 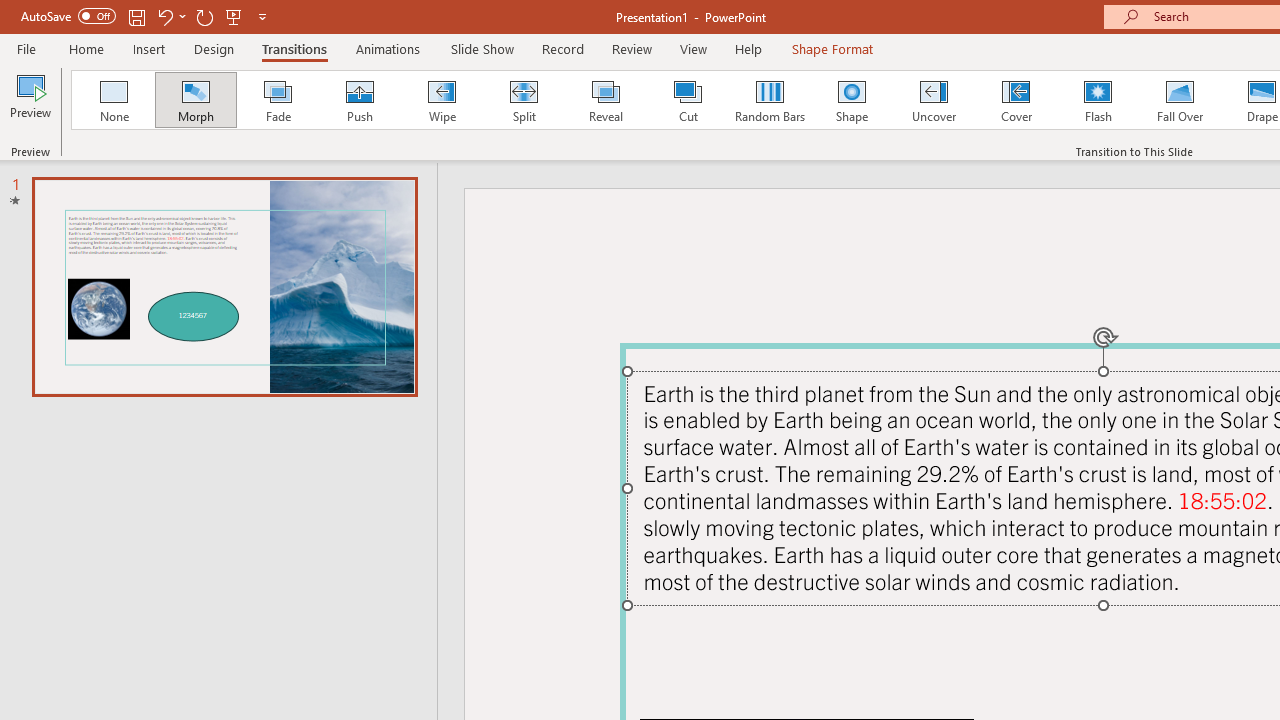 What do you see at coordinates (195, 100) in the screenshot?
I see `'Morph'` at bounding box center [195, 100].